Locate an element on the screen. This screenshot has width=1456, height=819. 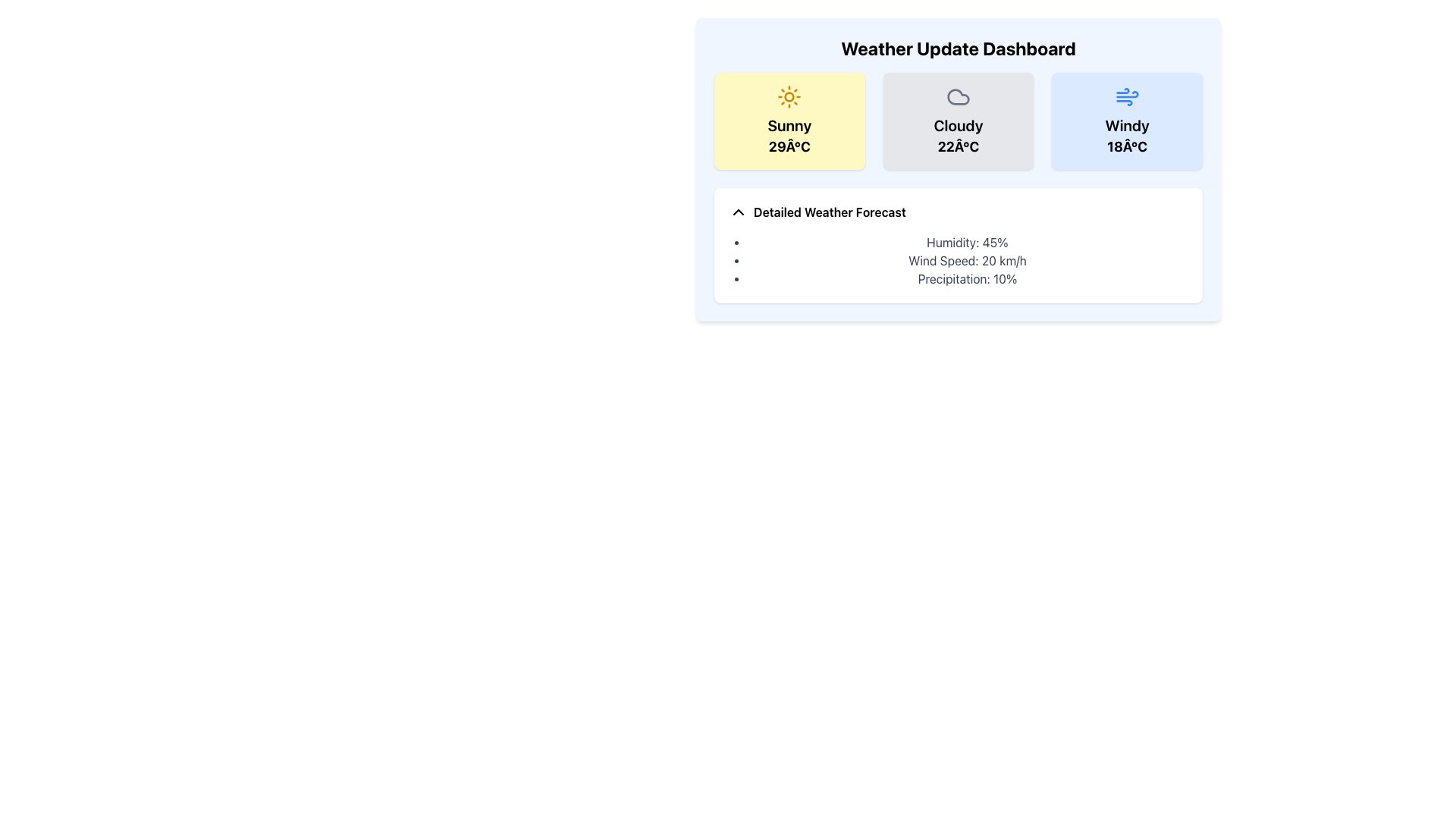
text label displaying 'Windy', which is bold and positioned below the weather icon in the weather card is located at coordinates (1127, 124).